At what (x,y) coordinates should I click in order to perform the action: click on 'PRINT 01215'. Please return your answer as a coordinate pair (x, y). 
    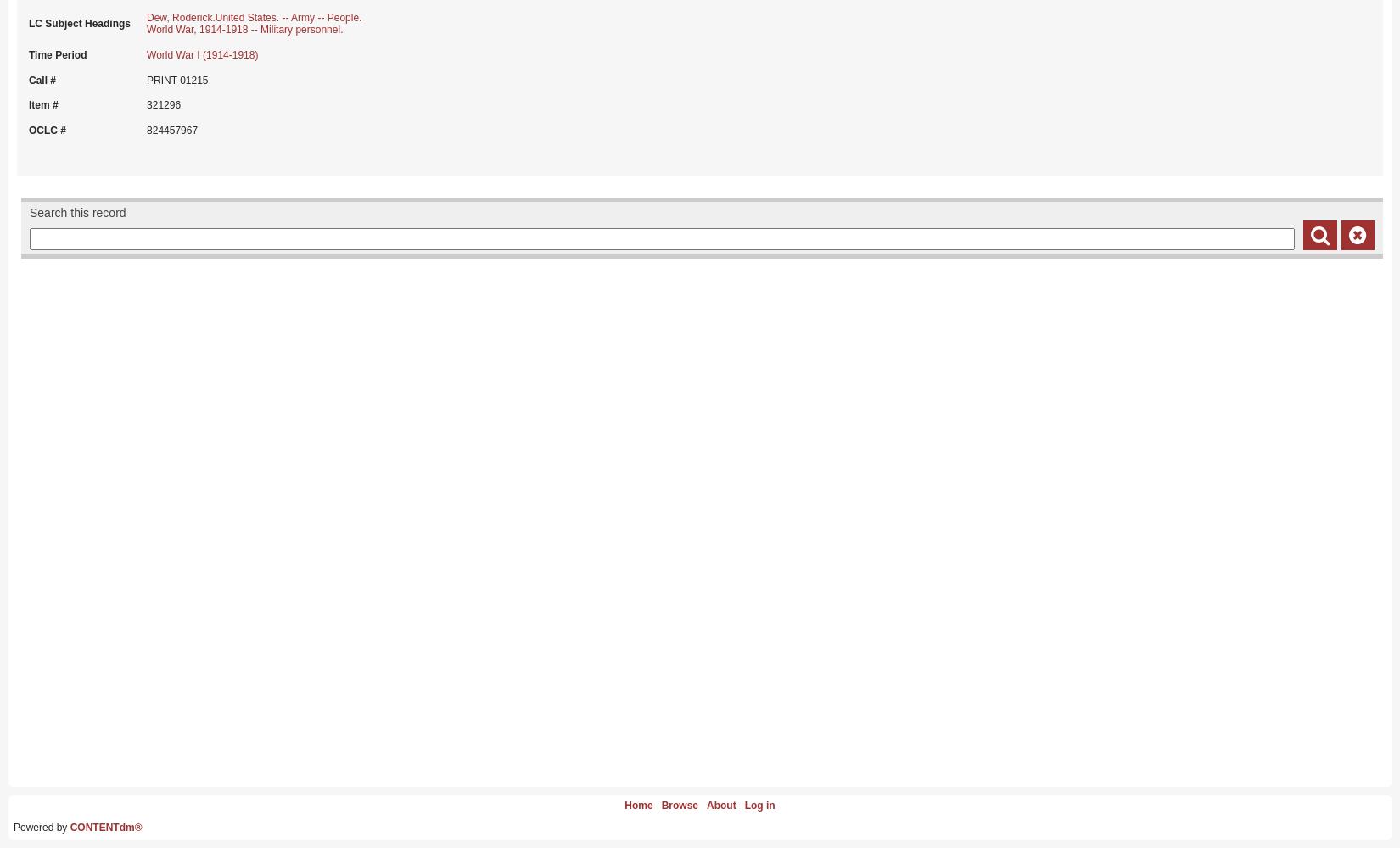
    Looking at the image, I should click on (177, 79).